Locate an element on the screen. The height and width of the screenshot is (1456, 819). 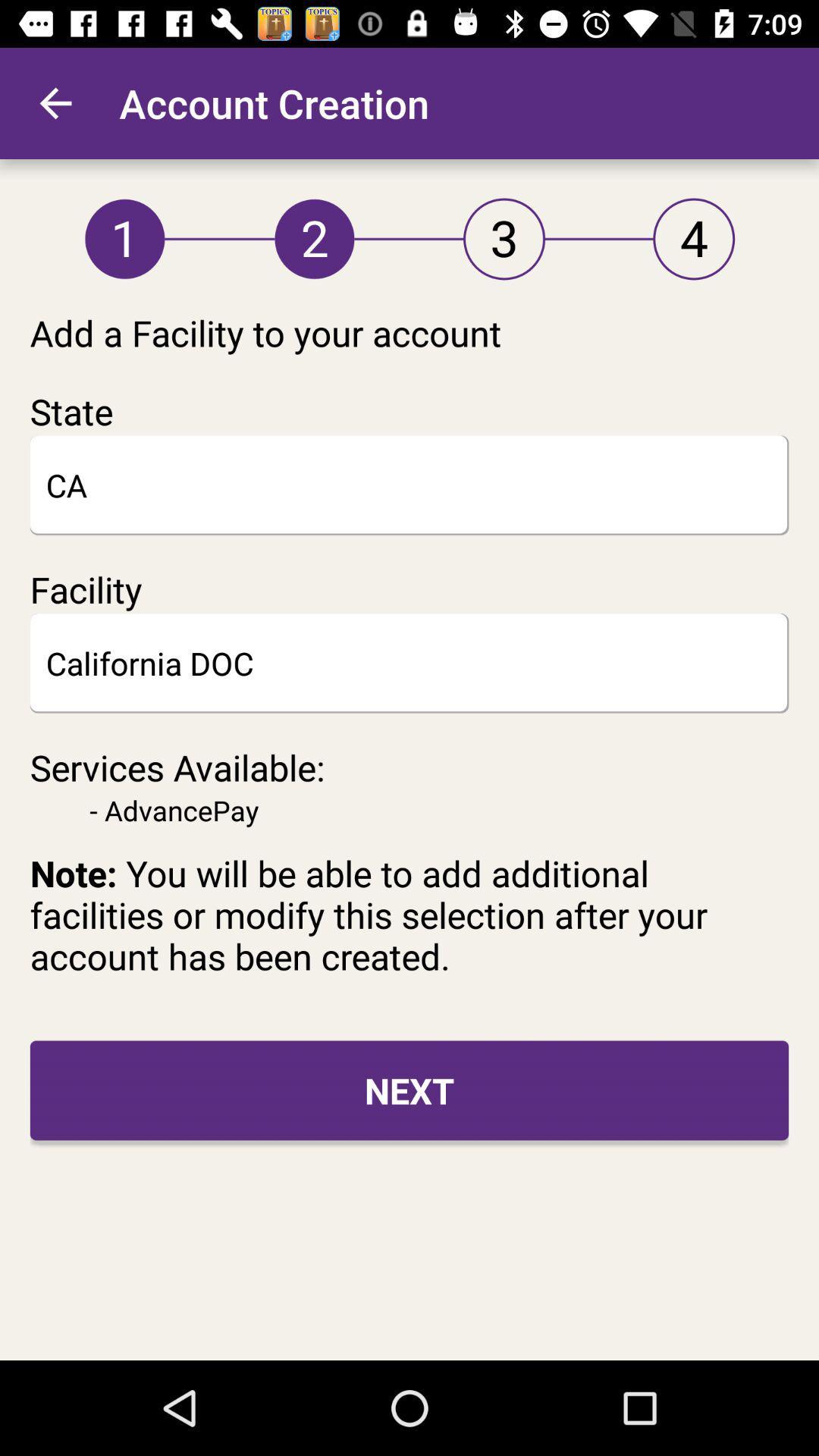
the icon next to account creation item is located at coordinates (55, 102).